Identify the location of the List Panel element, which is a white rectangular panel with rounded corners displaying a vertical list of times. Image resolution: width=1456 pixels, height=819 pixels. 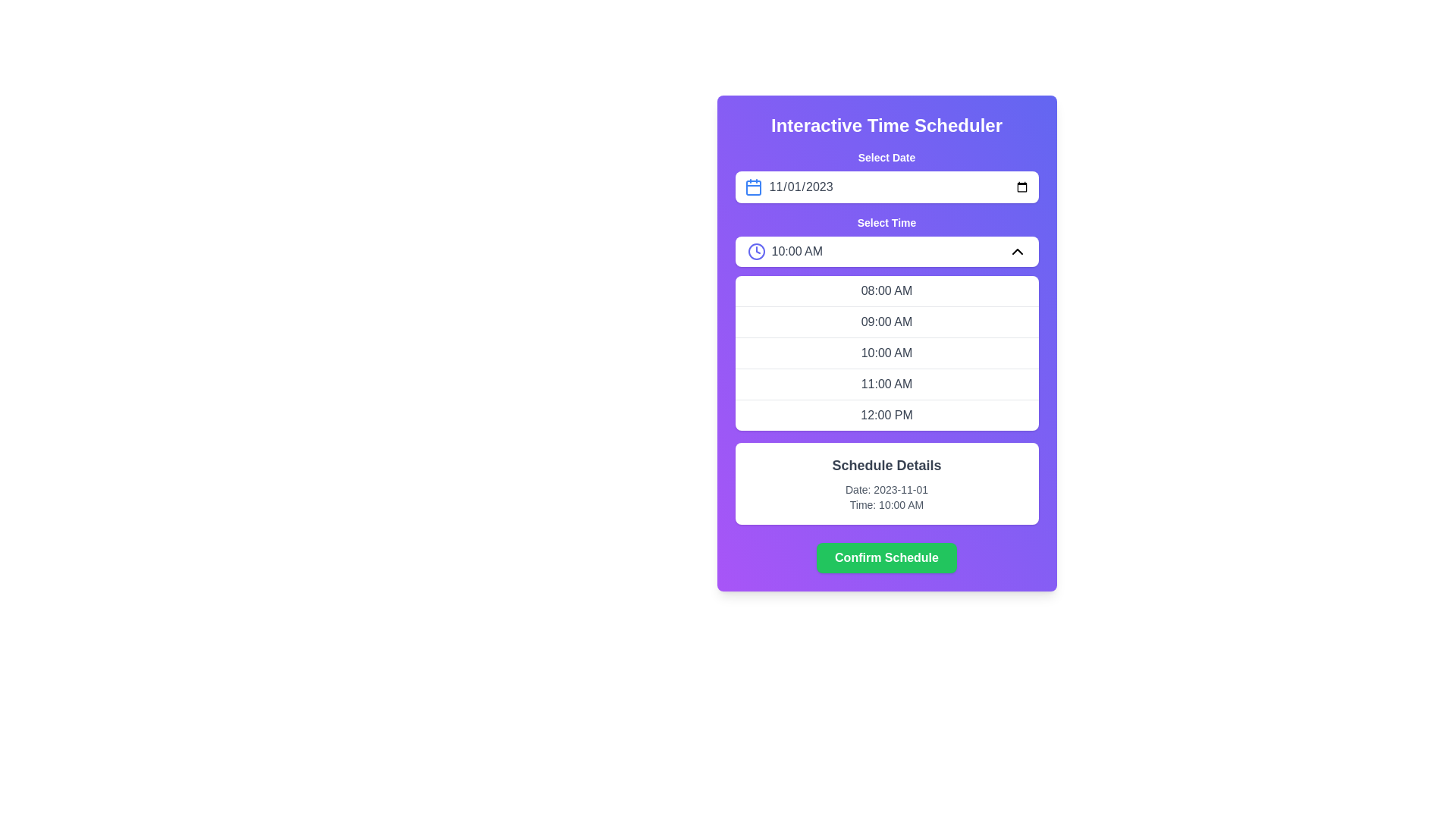
(886, 353).